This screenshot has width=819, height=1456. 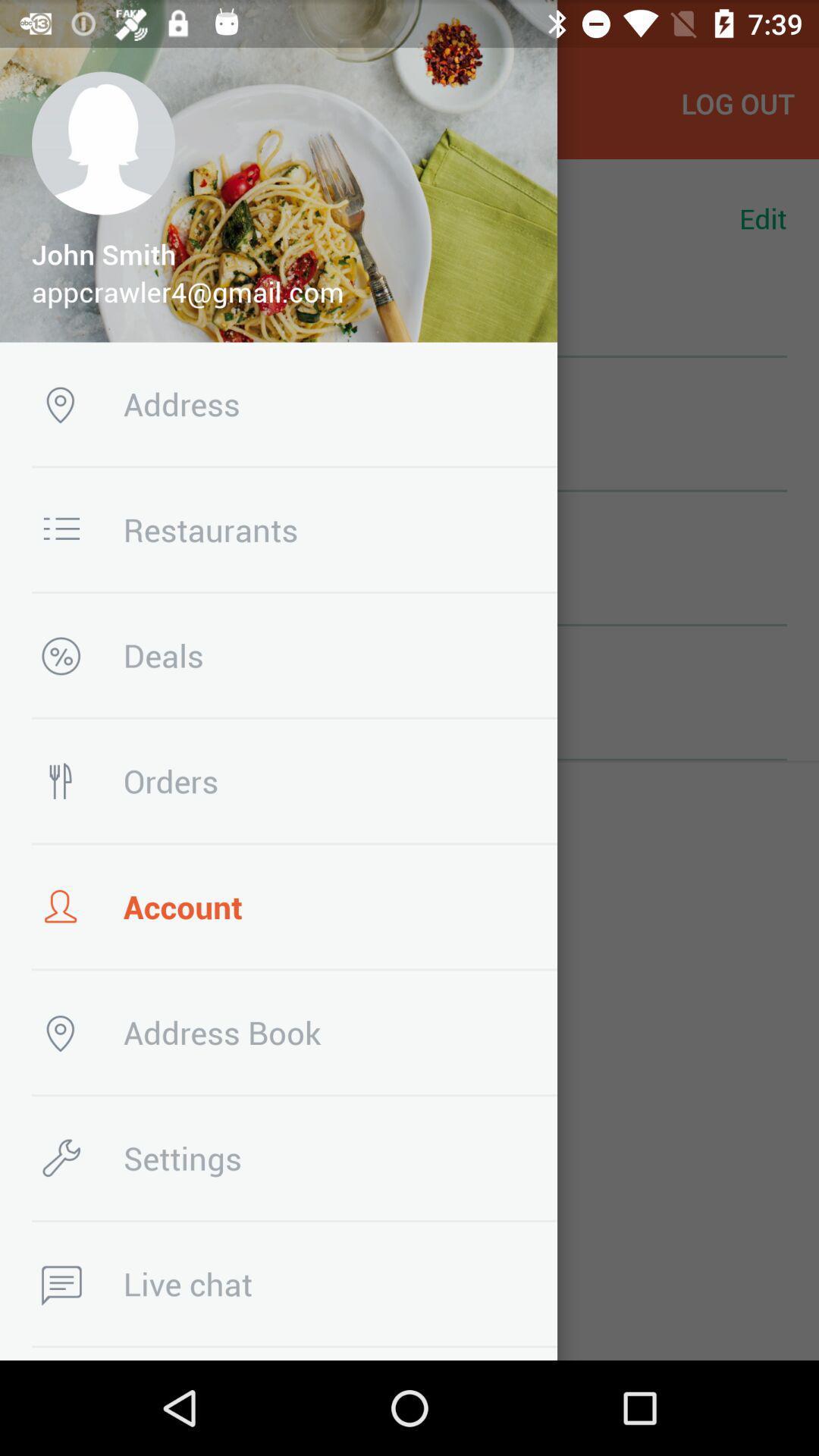 What do you see at coordinates (409, 432) in the screenshot?
I see `the row above the restaurants` at bounding box center [409, 432].